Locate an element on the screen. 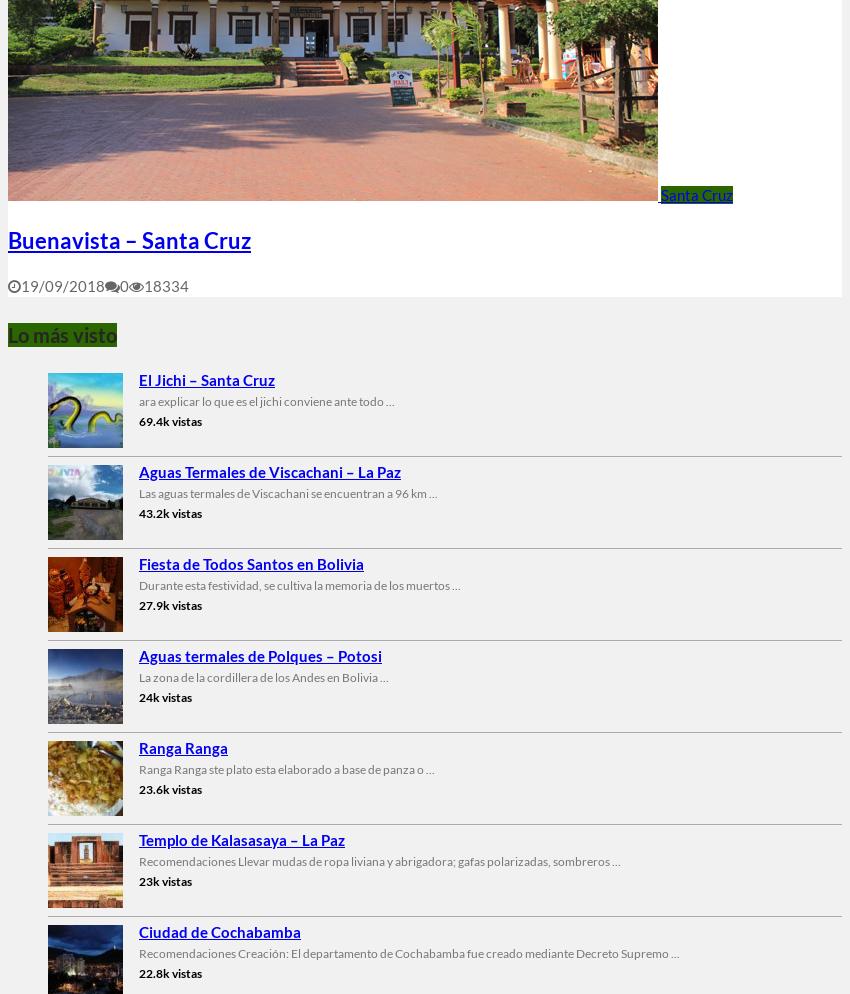 This screenshot has height=994, width=850. '18334' is located at coordinates (166, 284).